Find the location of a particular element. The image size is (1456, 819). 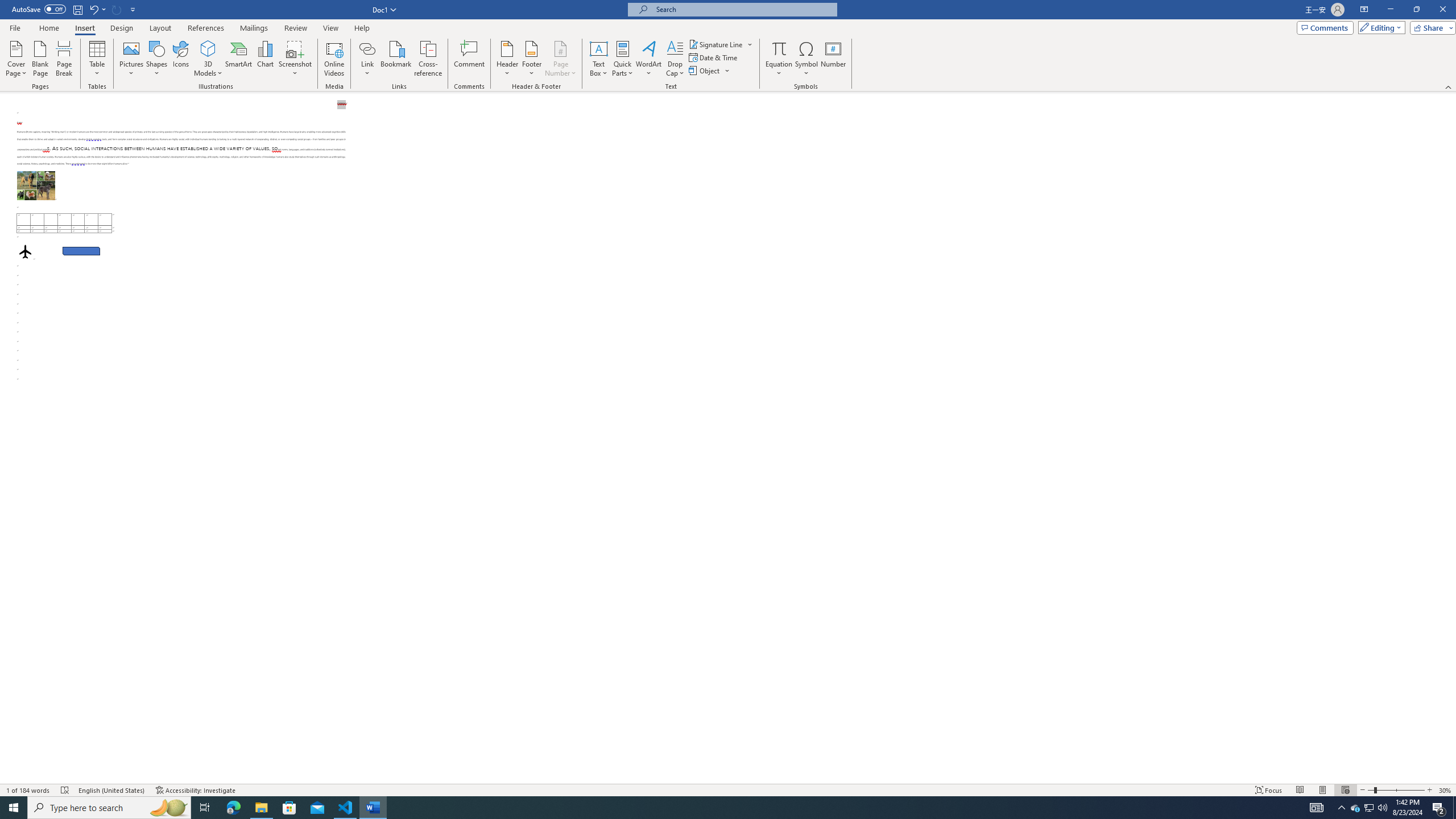

'3D Models' is located at coordinates (208, 48).